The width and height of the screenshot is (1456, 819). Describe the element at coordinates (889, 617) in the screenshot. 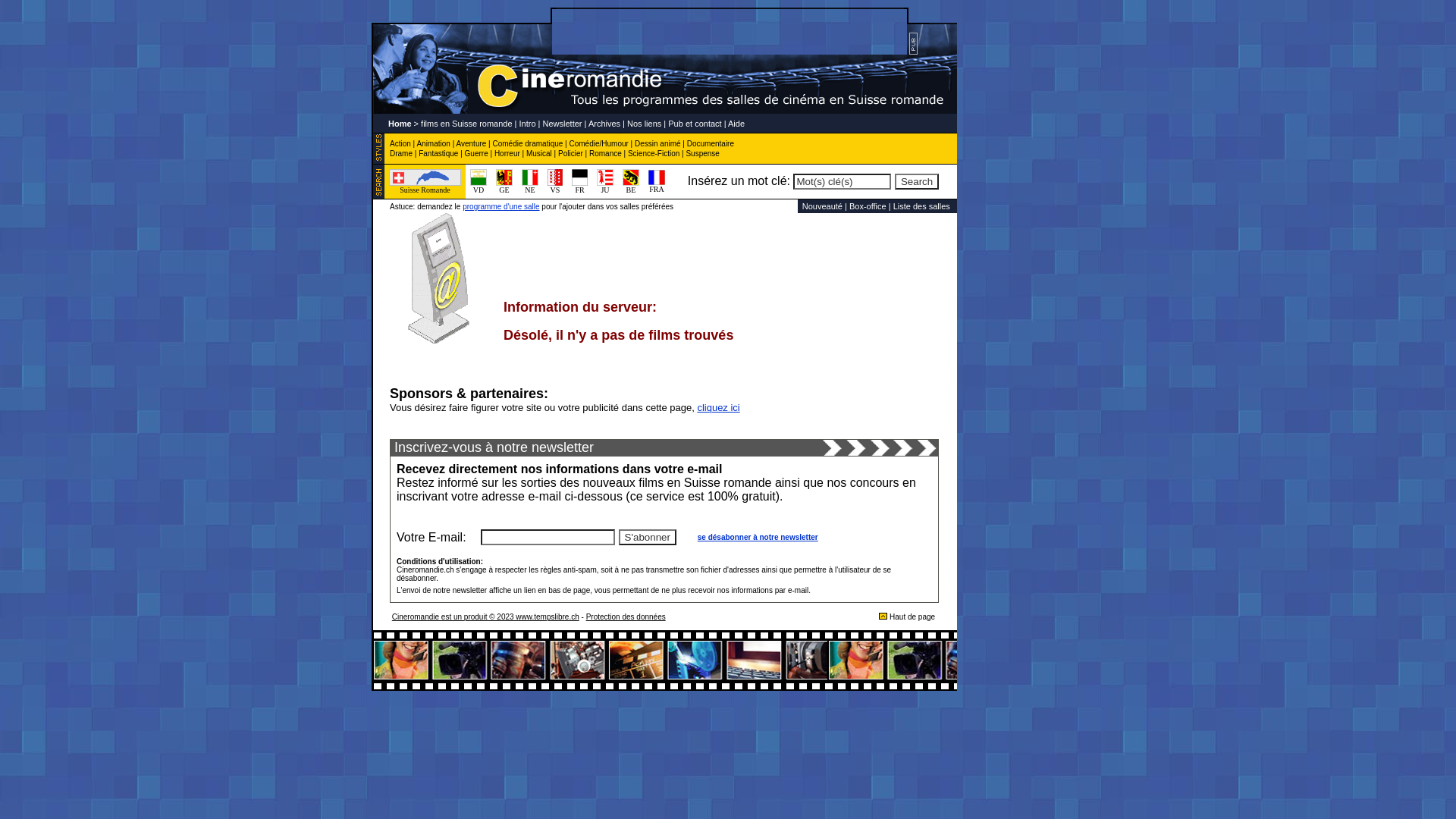

I see `'Haut de page'` at that location.